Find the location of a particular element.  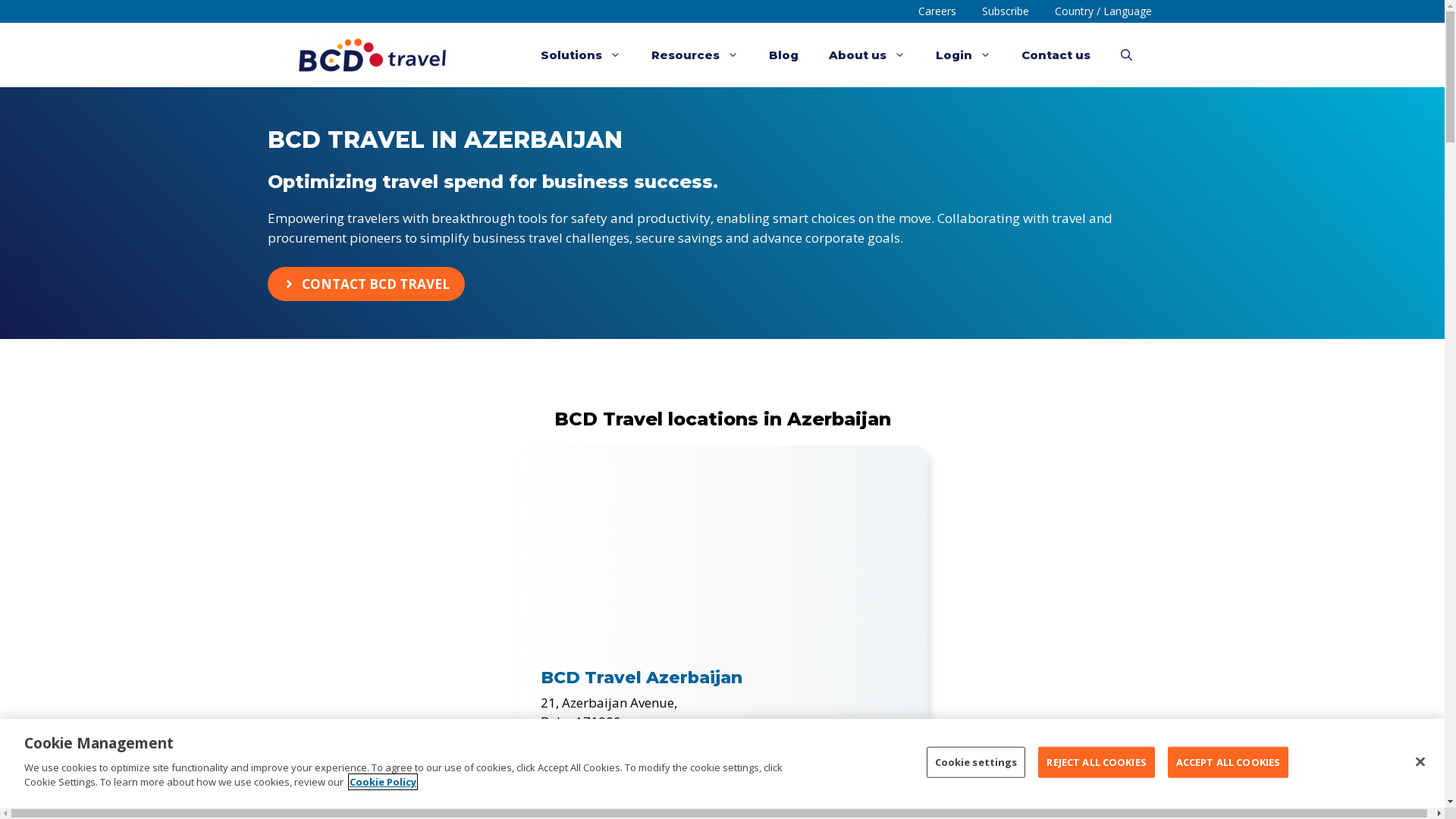

'CONTACT BCD TRAVEL' is located at coordinates (366, 284).